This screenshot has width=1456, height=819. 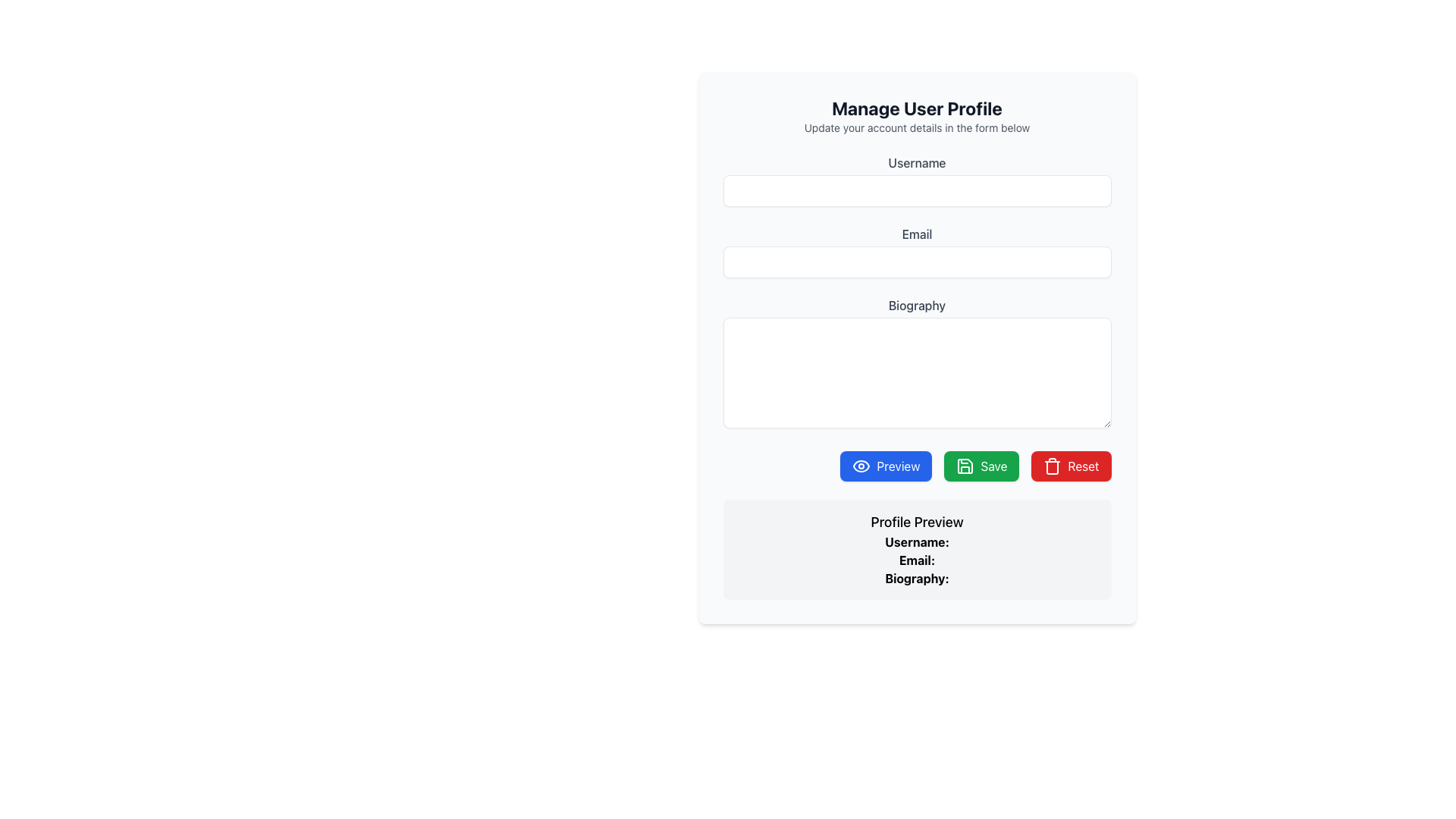 I want to click on the save icon located within the green 'Save' button, which is centrally positioned among the buttons at the bottom of the user form interface, so click(x=965, y=465).